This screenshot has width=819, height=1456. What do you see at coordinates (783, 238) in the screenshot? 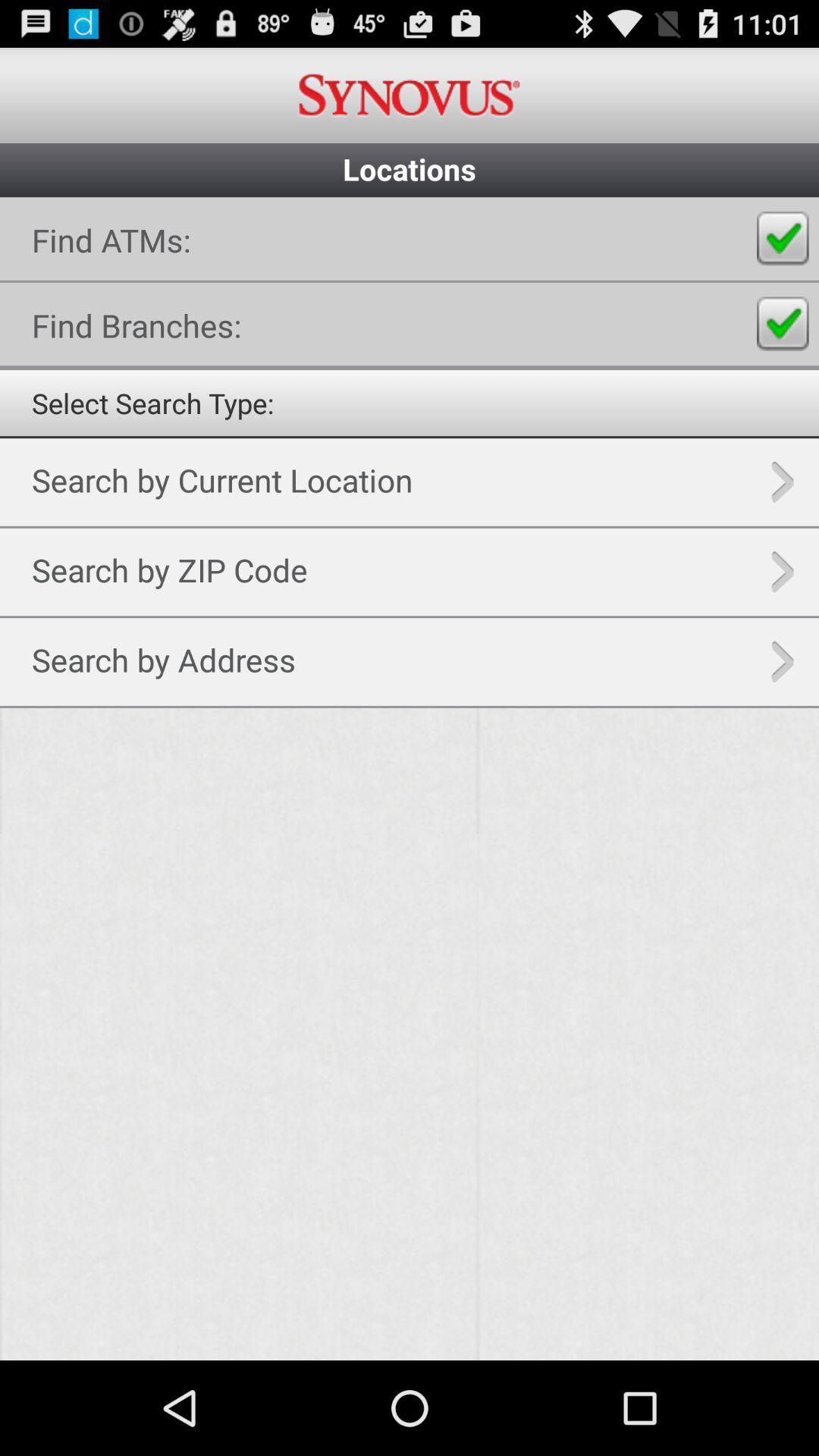
I see `option` at bounding box center [783, 238].